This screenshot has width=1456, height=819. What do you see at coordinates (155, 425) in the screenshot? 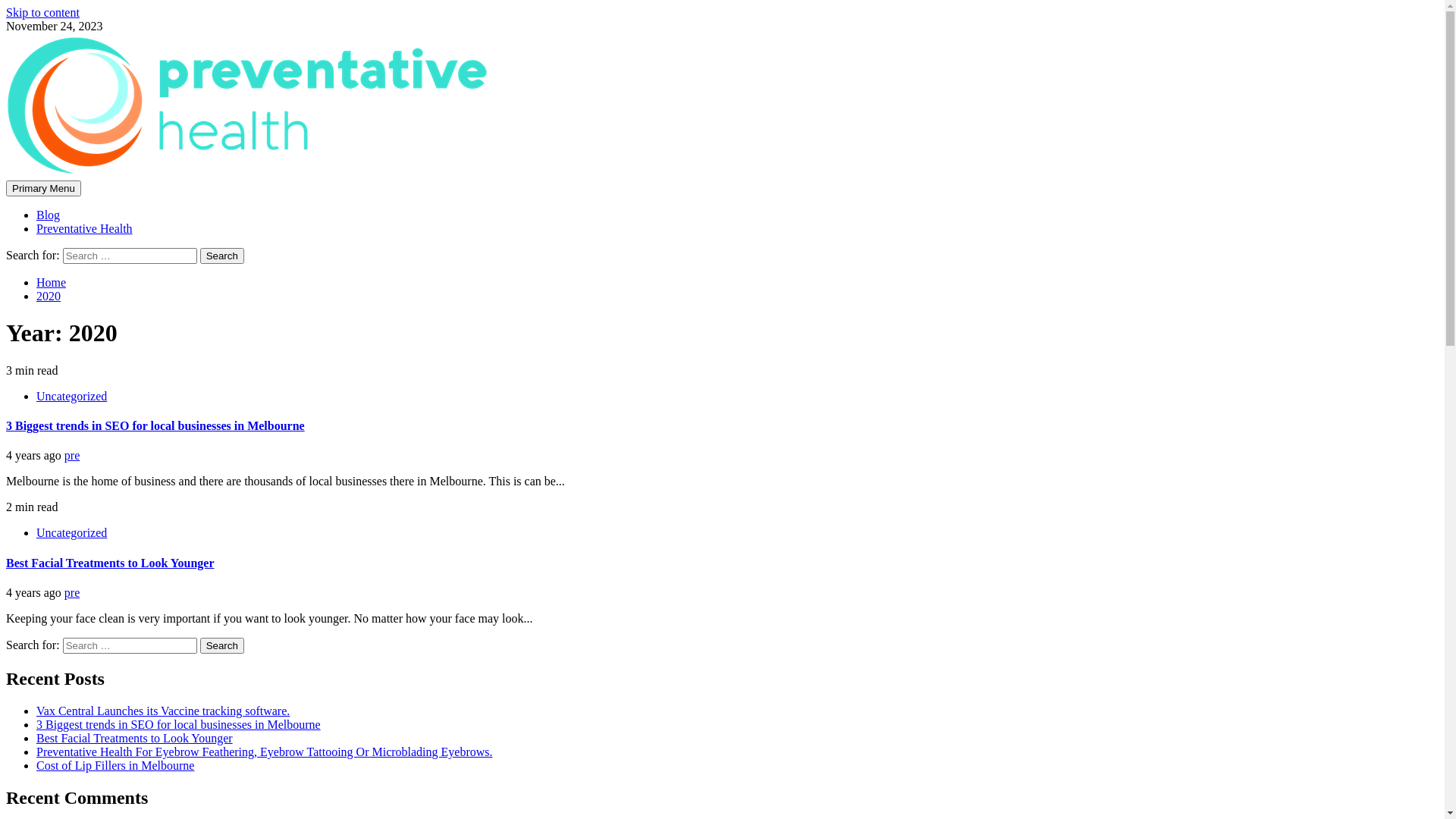
I see `'3 Biggest trends in SEO for local businesses in Melbourne'` at bounding box center [155, 425].